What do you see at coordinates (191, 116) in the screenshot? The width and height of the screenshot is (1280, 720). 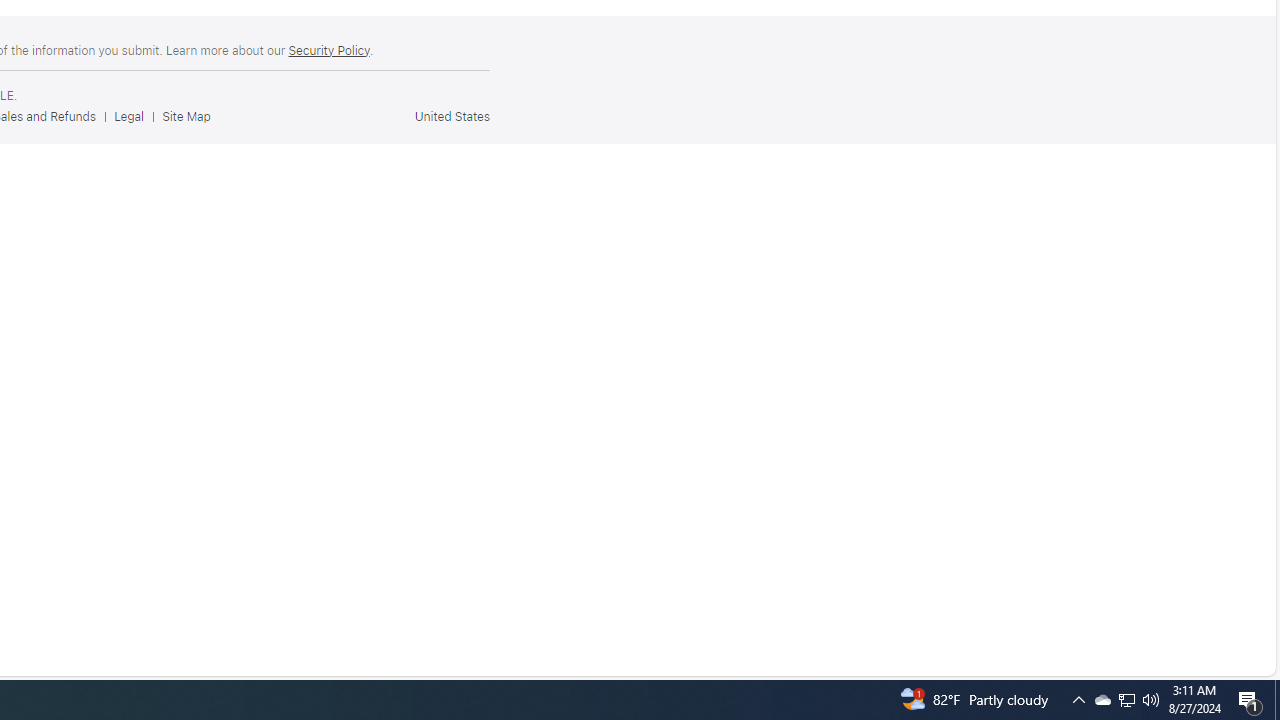 I see `'Site Map'` at bounding box center [191, 116].